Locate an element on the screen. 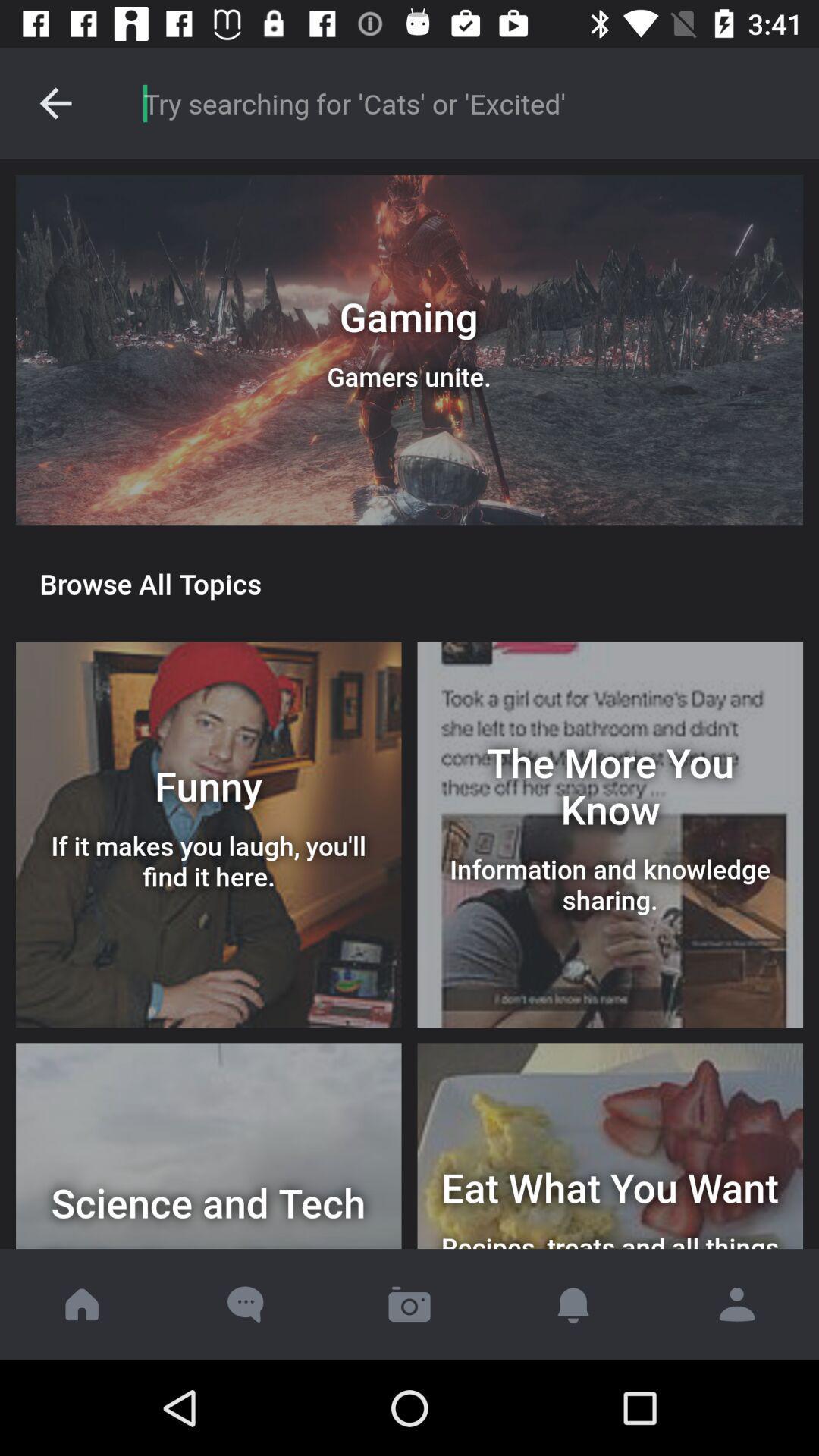  the icon at the top left corner is located at coordinates (55, 102).